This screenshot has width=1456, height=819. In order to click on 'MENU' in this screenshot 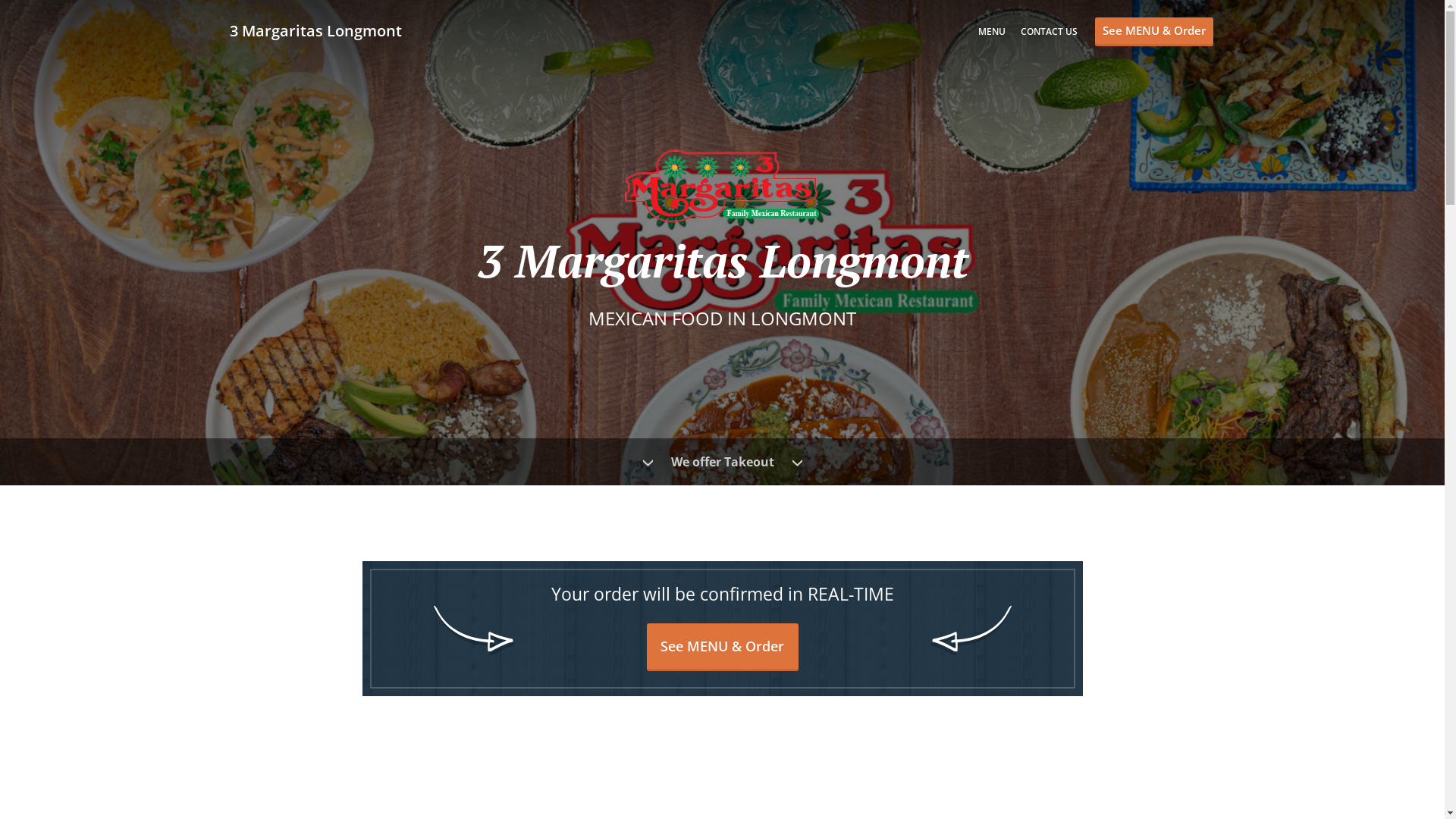, I will do `click(992, 31)`.